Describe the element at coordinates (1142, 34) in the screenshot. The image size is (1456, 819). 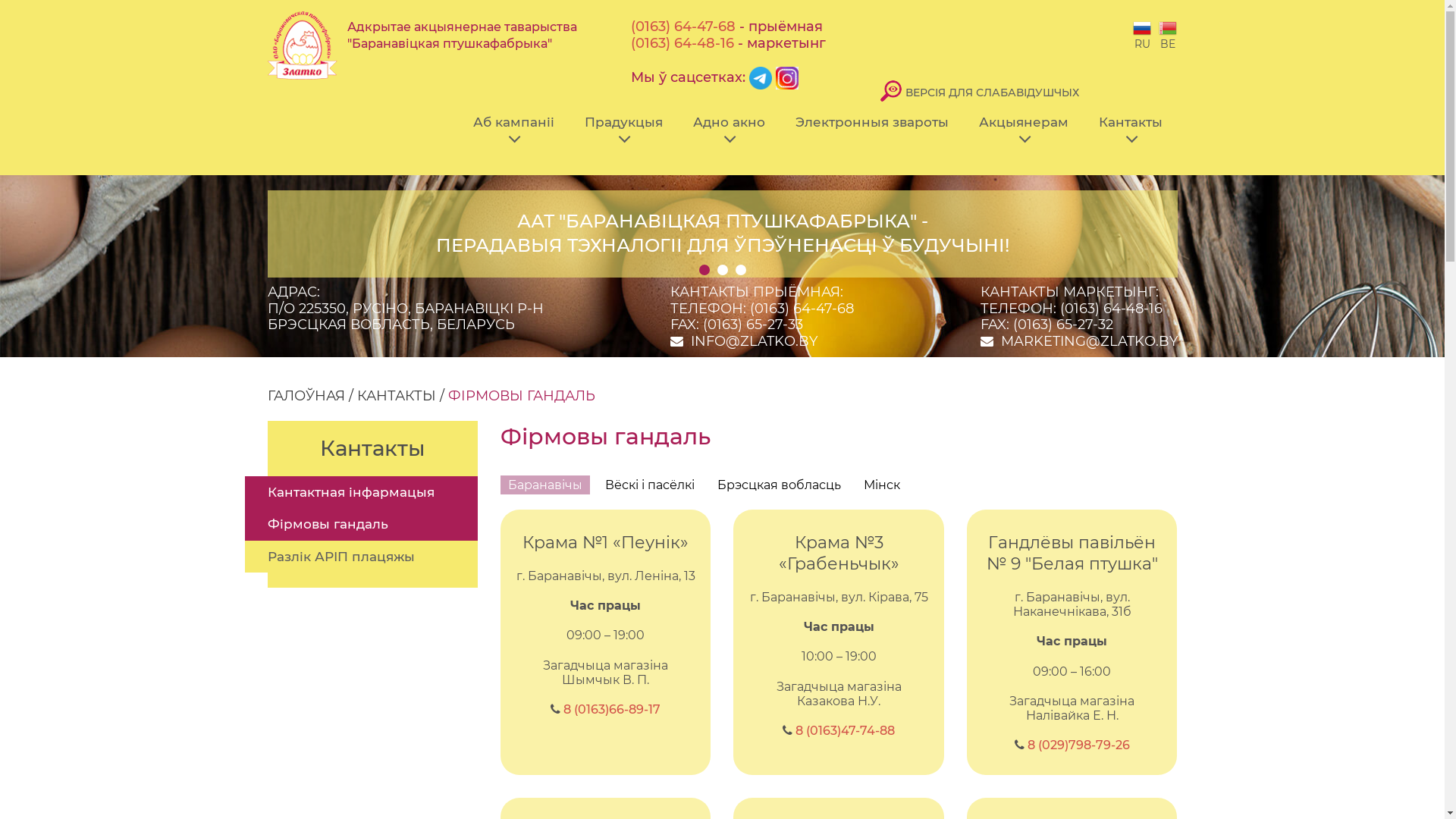
I see `'RU'` at that location.